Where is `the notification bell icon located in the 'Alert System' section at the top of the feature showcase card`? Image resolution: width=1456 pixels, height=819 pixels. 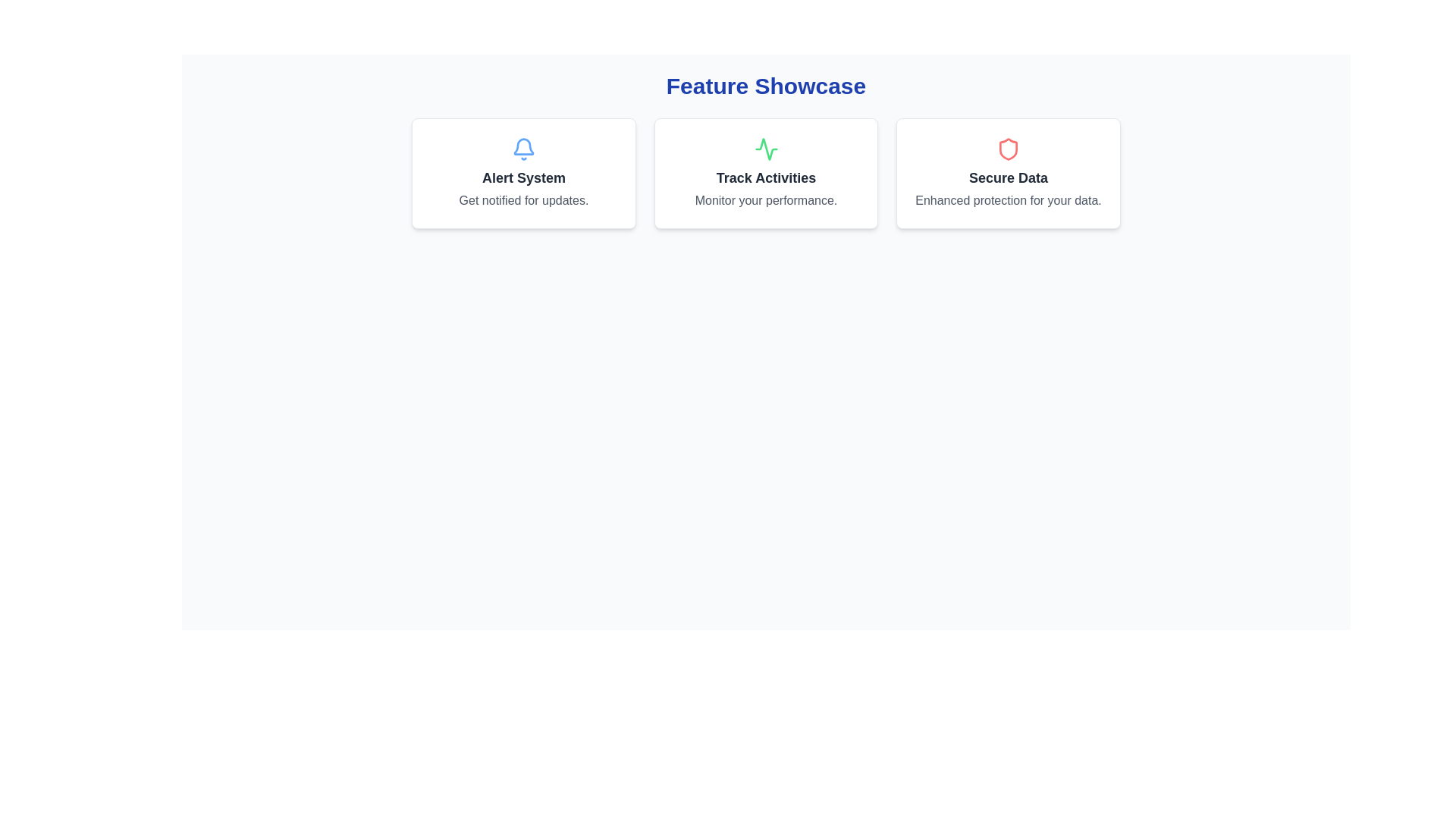 the notification bell icon located in the 'Alert System' section at the top of the feature showcase card is located at coordinates (524, 149).